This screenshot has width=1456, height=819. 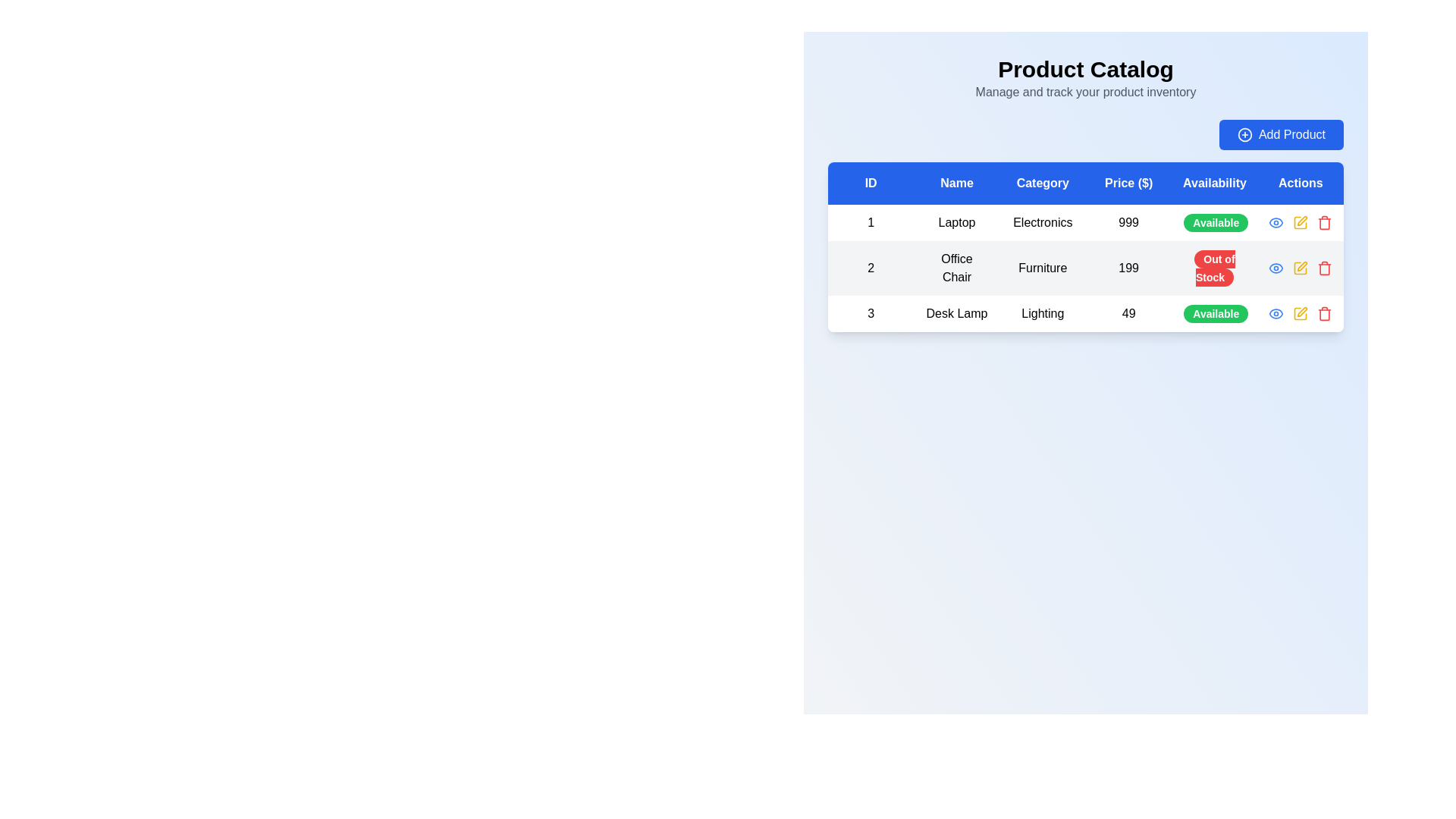 I want to click on the 'Category' column header in the table, which is the third column header located between 'Name' and 'Price ($)', so click(x=1042, y=183).